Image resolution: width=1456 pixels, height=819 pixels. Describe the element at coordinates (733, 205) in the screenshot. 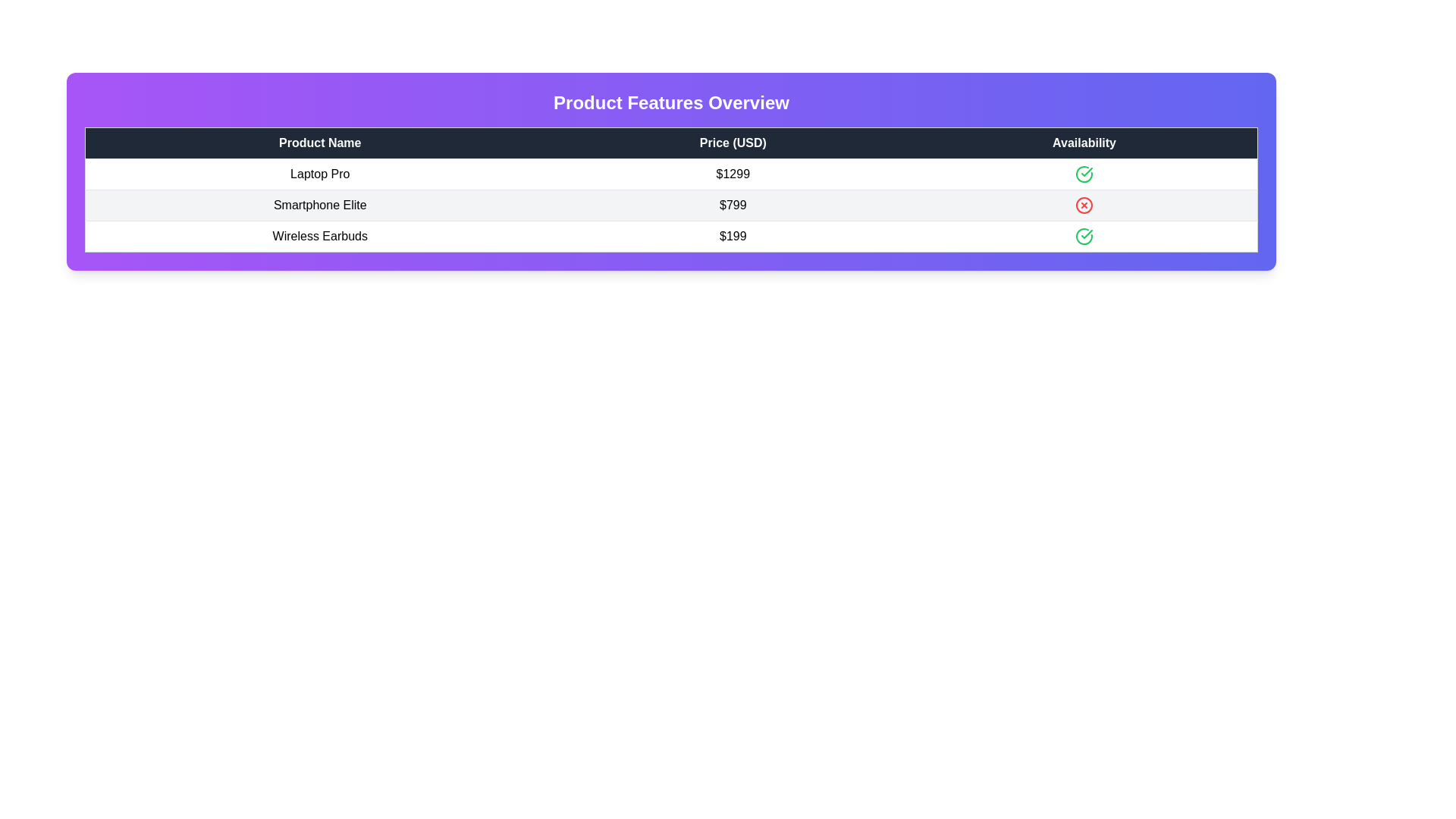

I see `static text displaying the price '$799' for the 'Smartphone Elite' in the 'Price (USD)' column of the product table` at that location.